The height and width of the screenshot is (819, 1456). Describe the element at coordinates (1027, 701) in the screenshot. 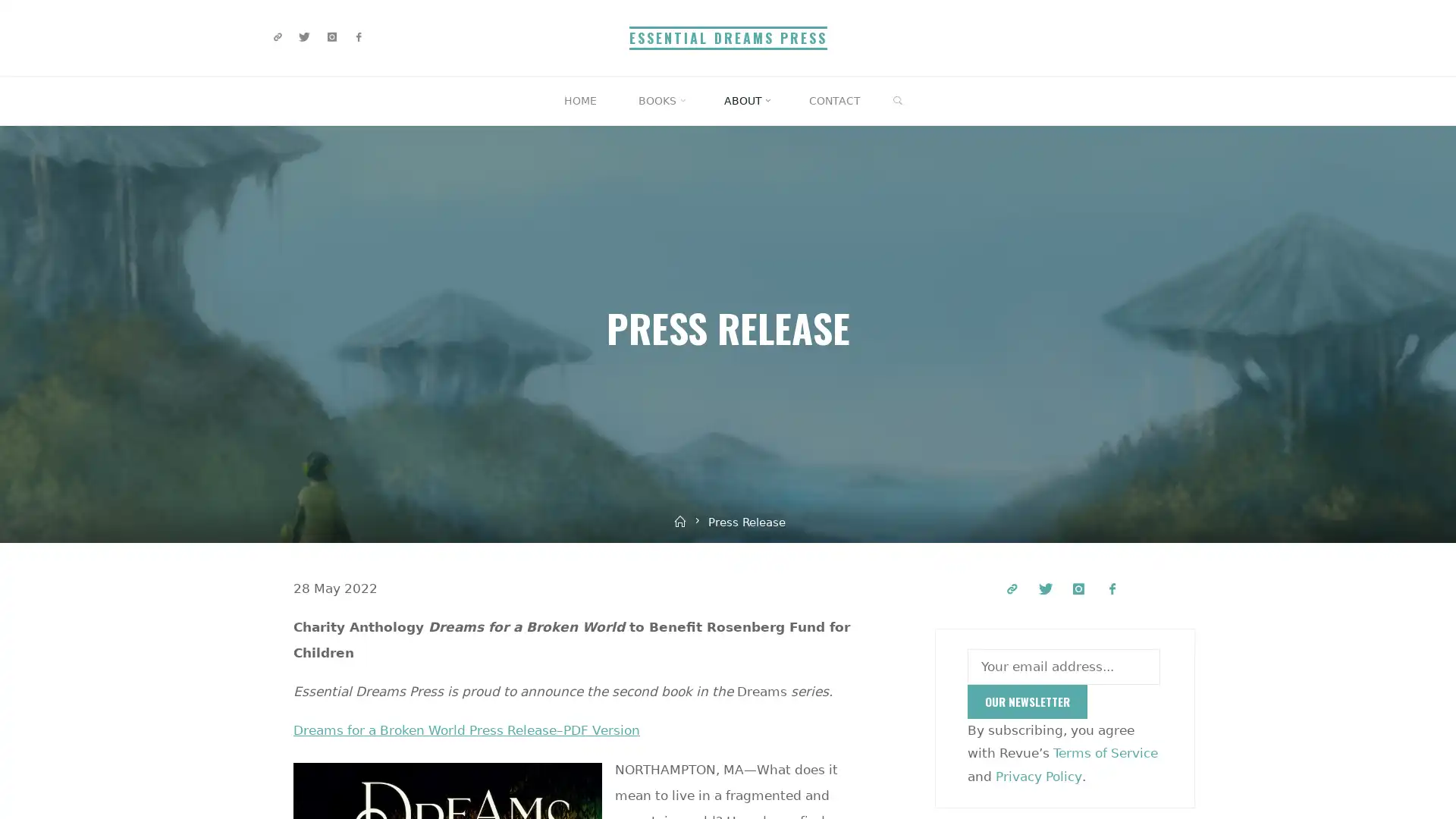

I see `Our Newsletter` at that location.